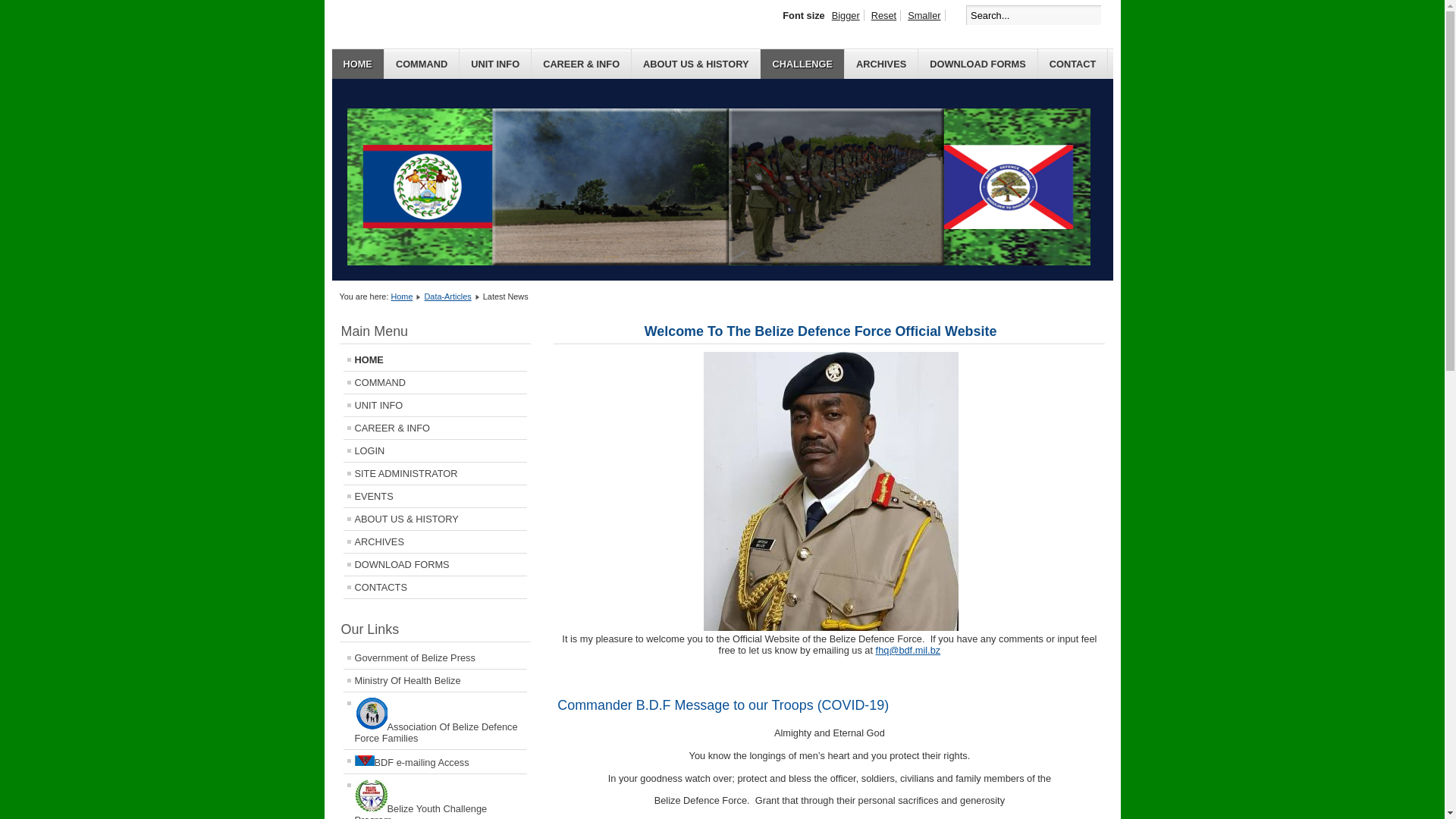  Describe the element at coordinates (924, 15) in the screenshot. I see `'Smaller'` at that location.